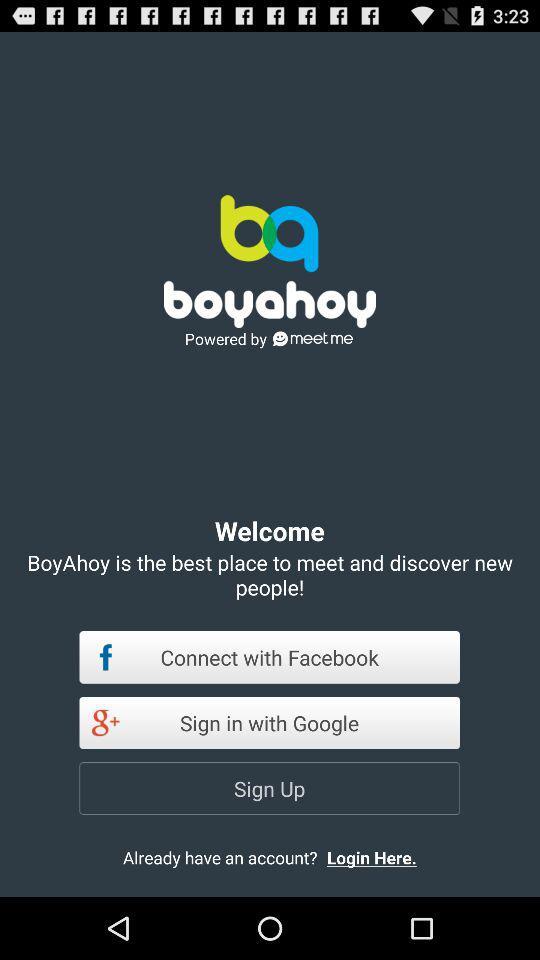  Describe the element at coordinates (388, 856) in the screenshot. I see `icon below the sign up` at that location.